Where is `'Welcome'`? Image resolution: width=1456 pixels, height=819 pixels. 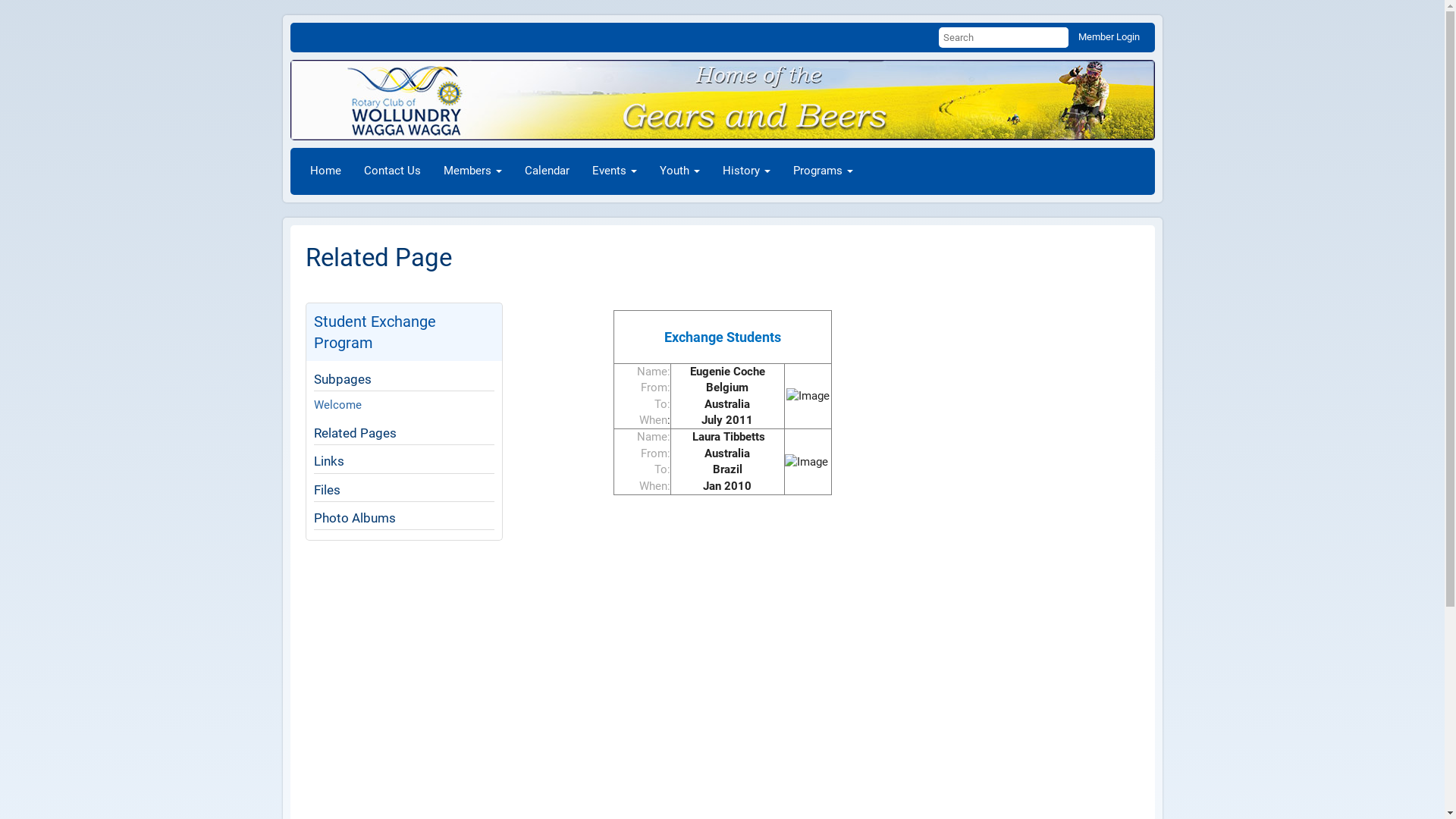
'Welcome' is located at coordinates (337, 403).